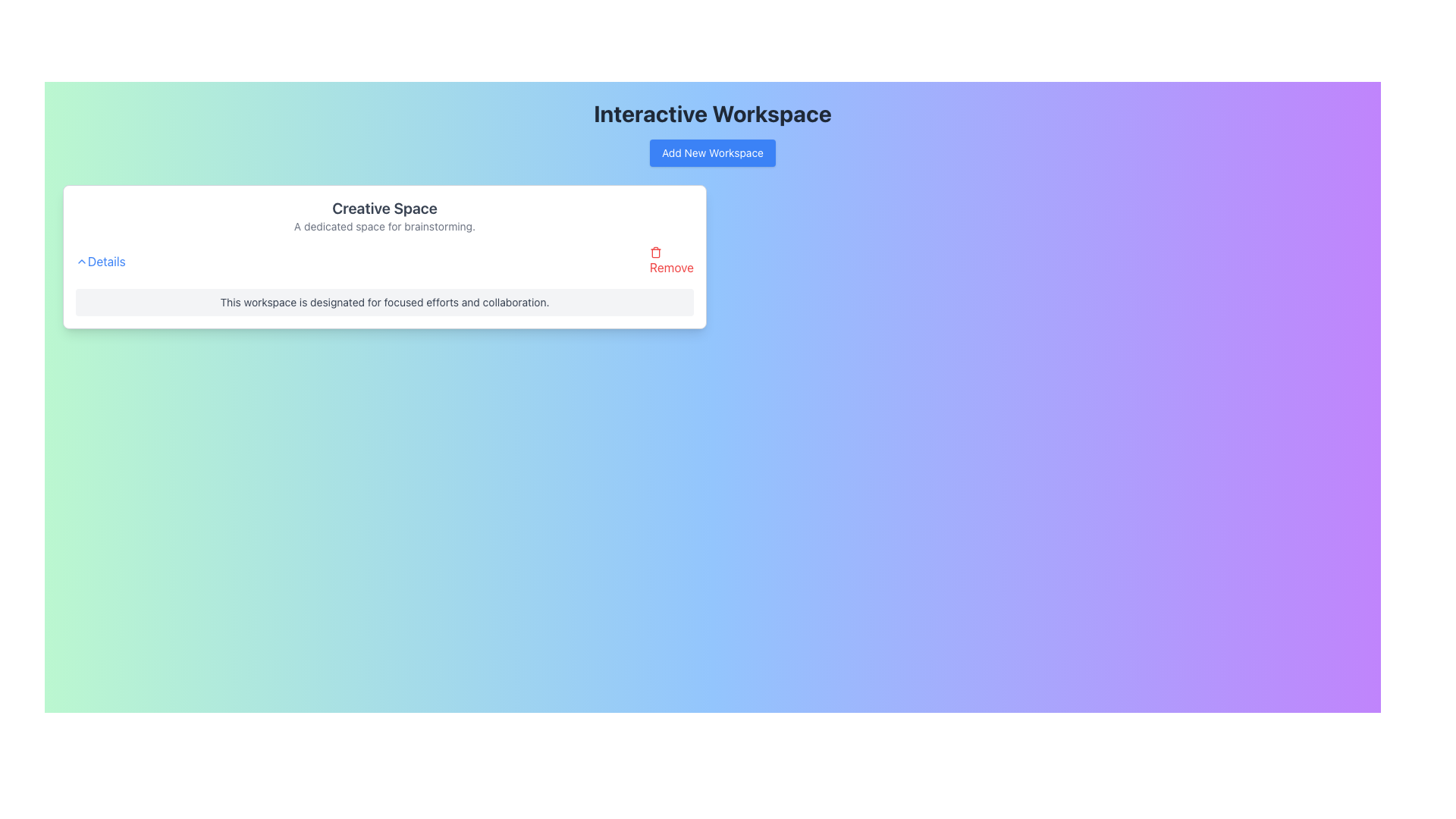 The height and width of the screenshot is (819, 1456). Describe the element at coordinates (712, 133) in the screenshot. I see `the 'Add New Workspace' button located beneath the 'Interactive Workspace' title` at that location.